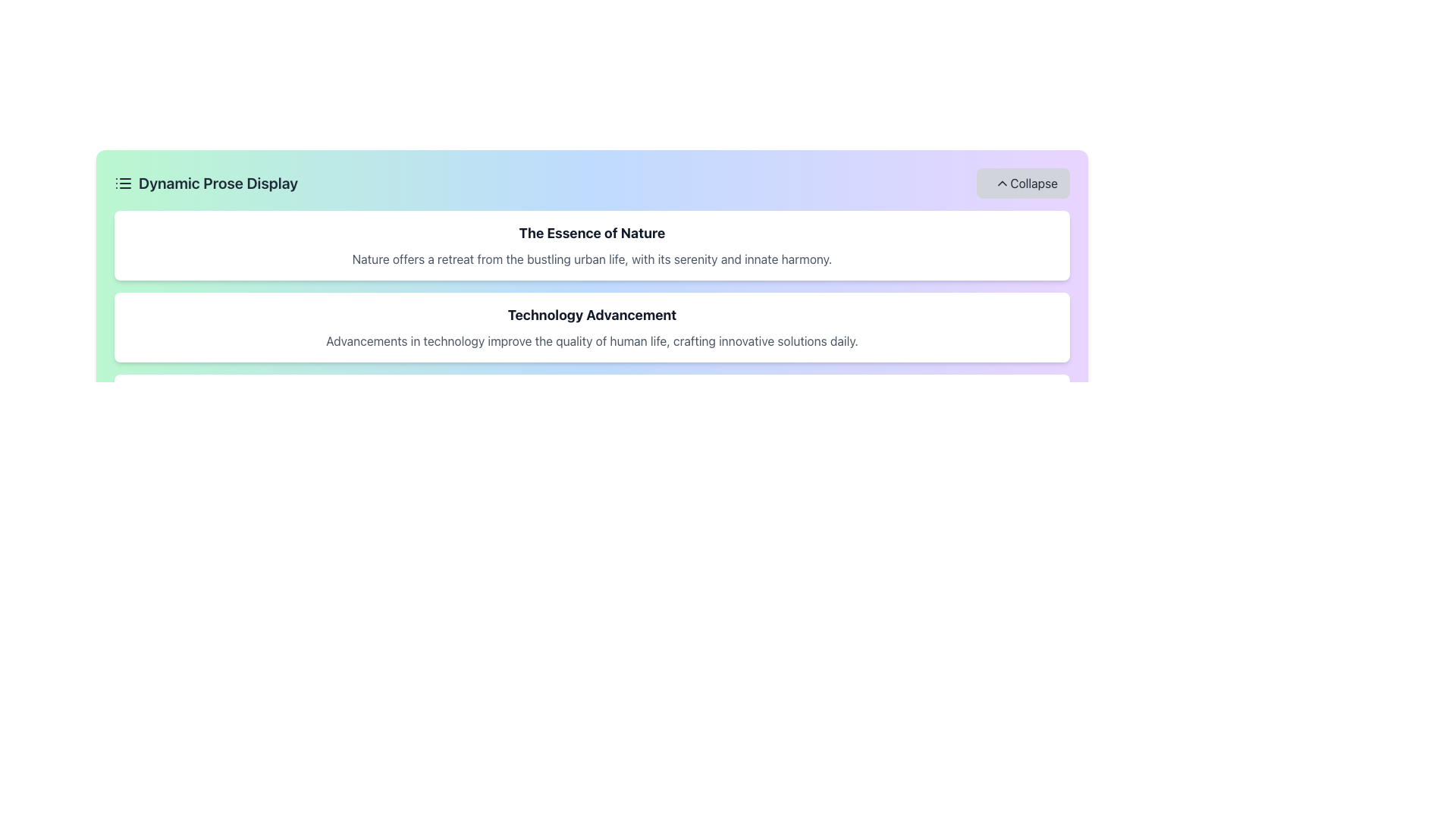 This screenshot has width=1456, height=819. Describe the element at coordinates (124, 183) in the screenshot. I see `the bulleted list icon located to the left of the text 'Dynamic Prose Display' in the header section` at that location.